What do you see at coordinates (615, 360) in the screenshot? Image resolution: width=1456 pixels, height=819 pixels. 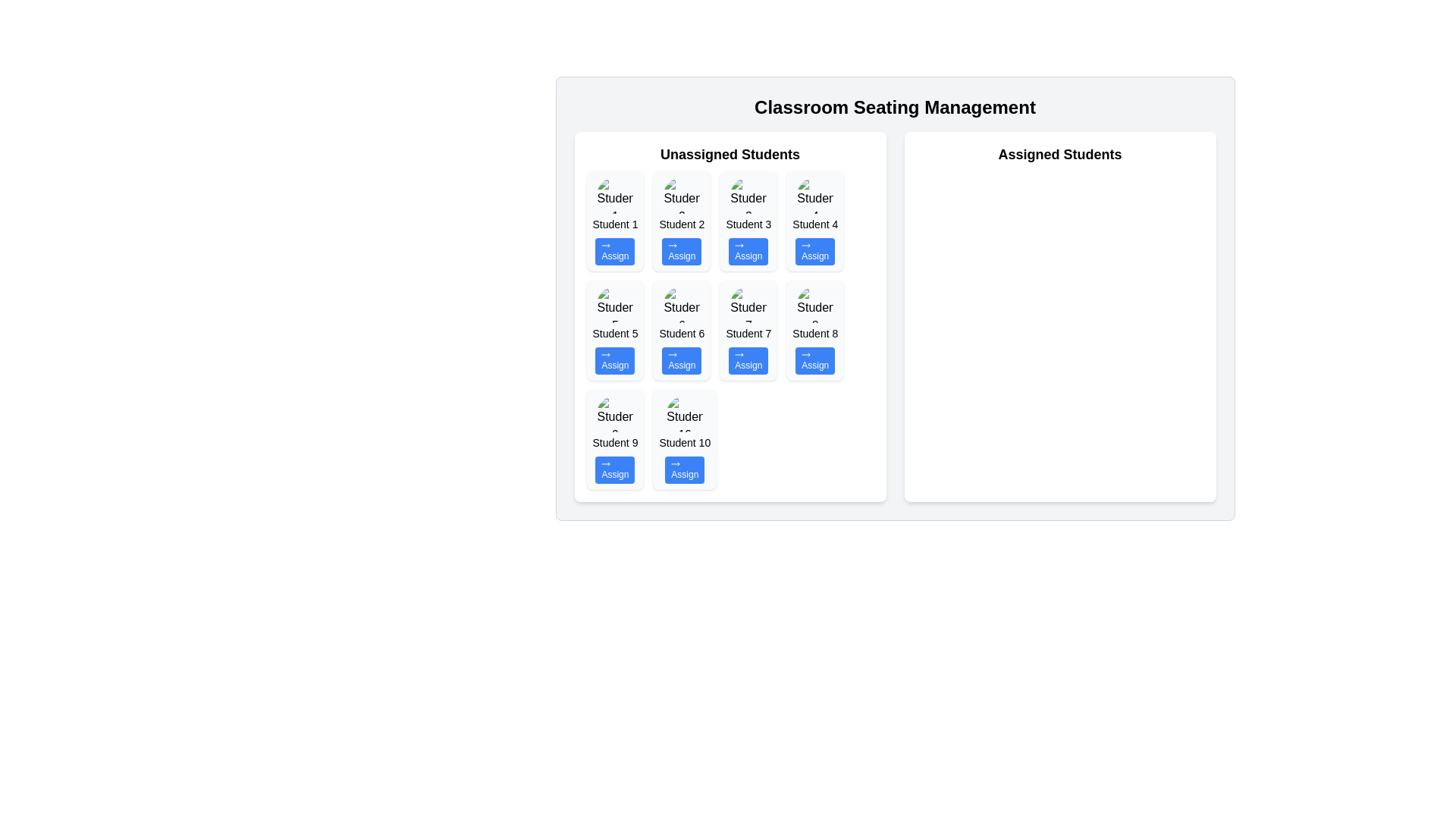 I see `the blue 'Assign' button with white text and a right arrow icon located beneath the name of 'Student 5'` at bounding box center [615, 360].